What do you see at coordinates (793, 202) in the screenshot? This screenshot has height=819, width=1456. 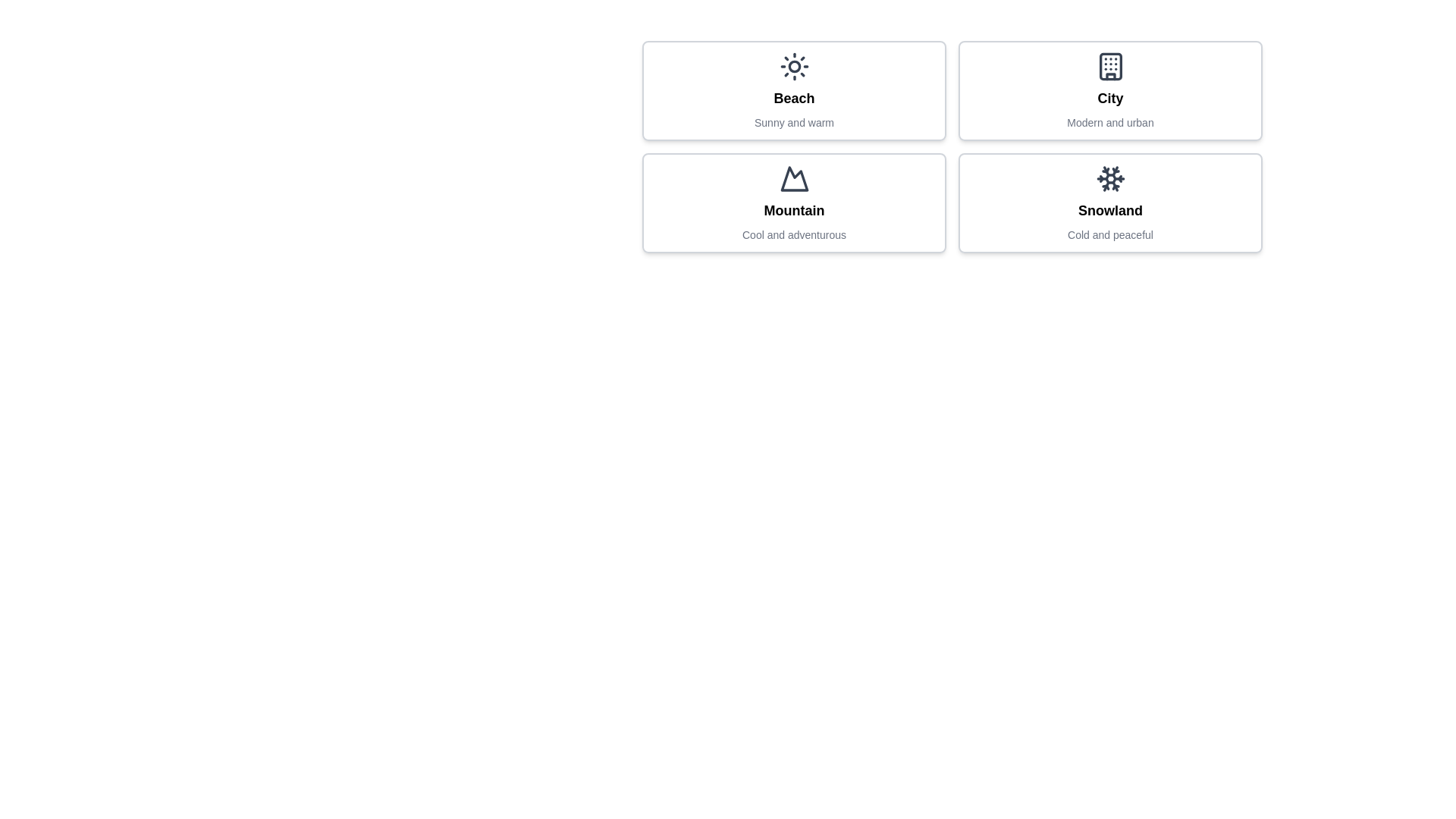 I see `the panel displaying a gray mountain icon with the text 'Mountain' and 'Cool and adventurous' below it, located in the lower left of the grid layout` at bounding box center [793, 202].